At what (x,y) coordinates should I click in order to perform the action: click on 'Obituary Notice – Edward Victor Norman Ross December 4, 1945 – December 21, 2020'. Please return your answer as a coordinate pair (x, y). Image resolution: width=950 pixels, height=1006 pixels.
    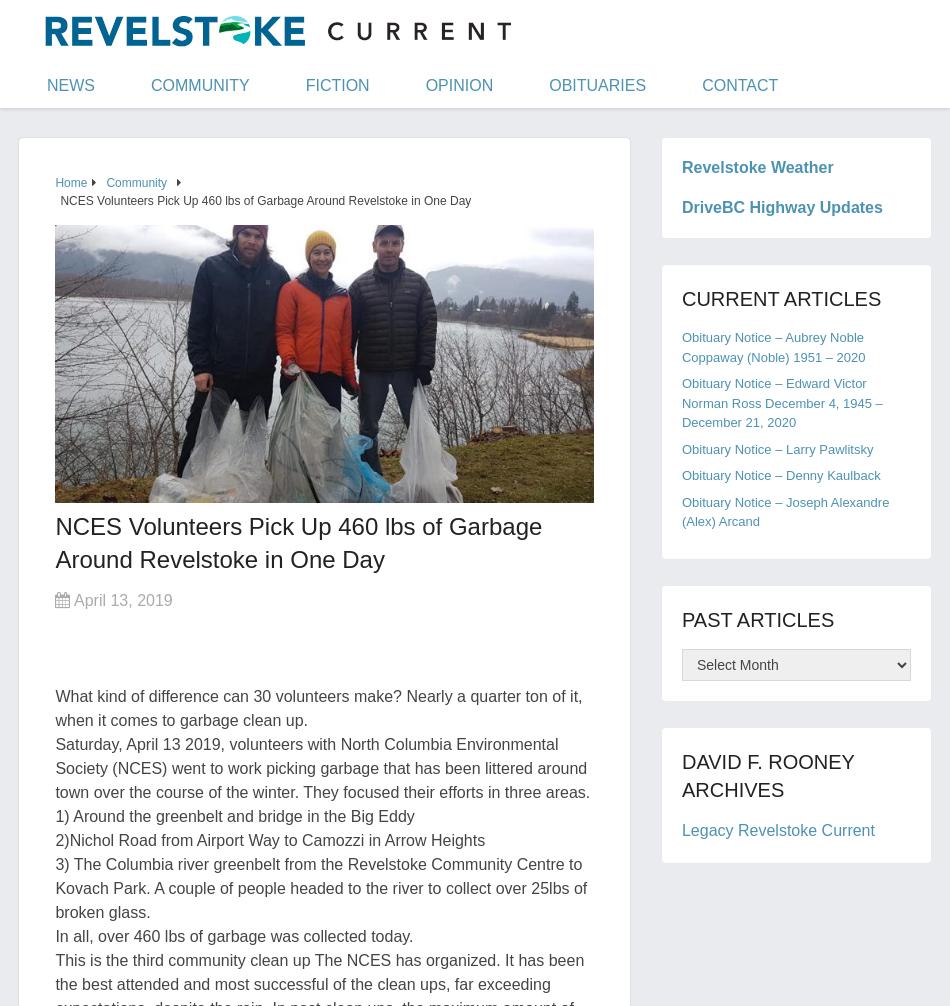
    Looking at the image, I should click on (780, 402).